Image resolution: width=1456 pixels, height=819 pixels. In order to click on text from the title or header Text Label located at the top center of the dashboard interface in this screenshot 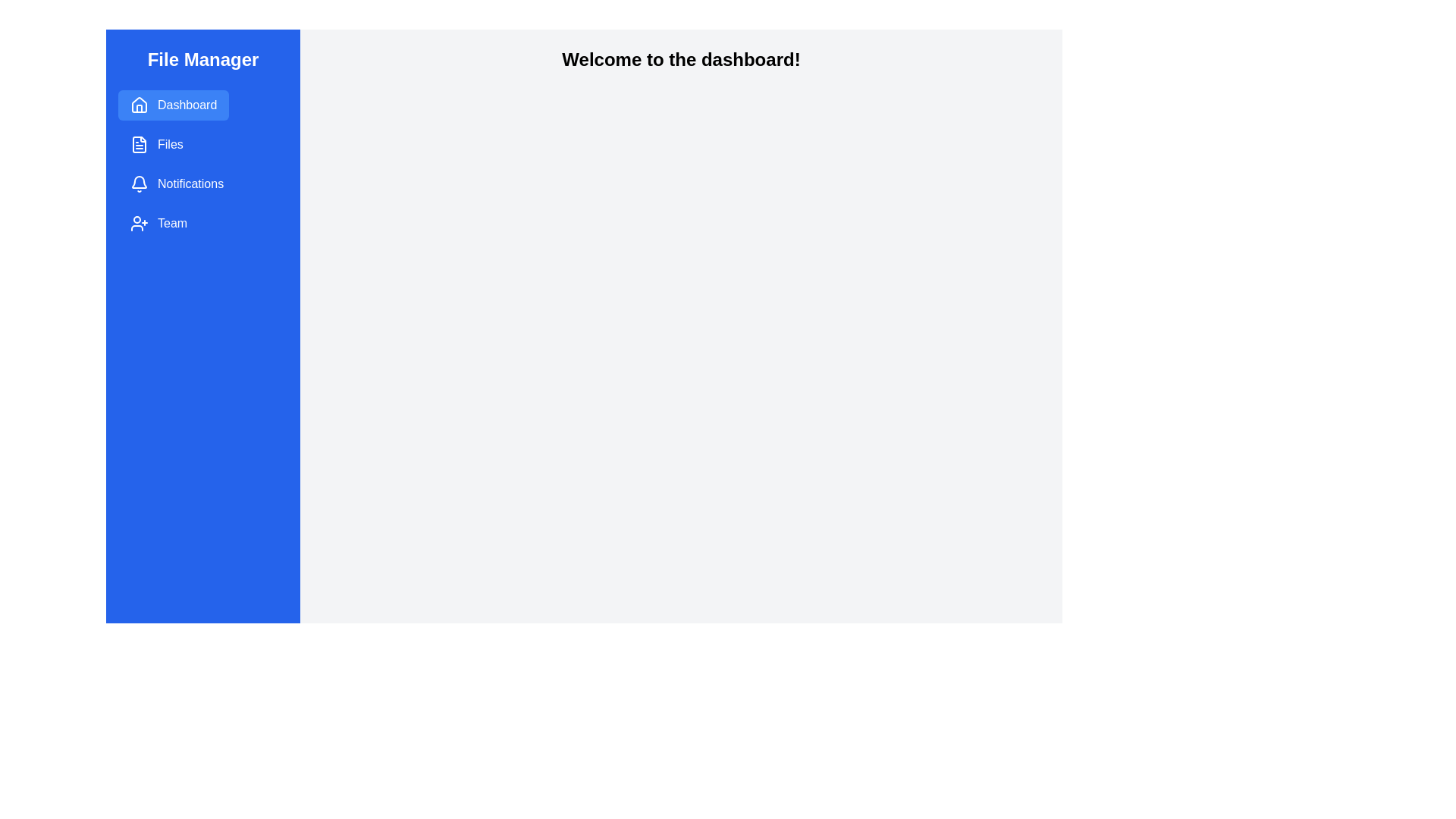, I will do `click(680, 58)`.